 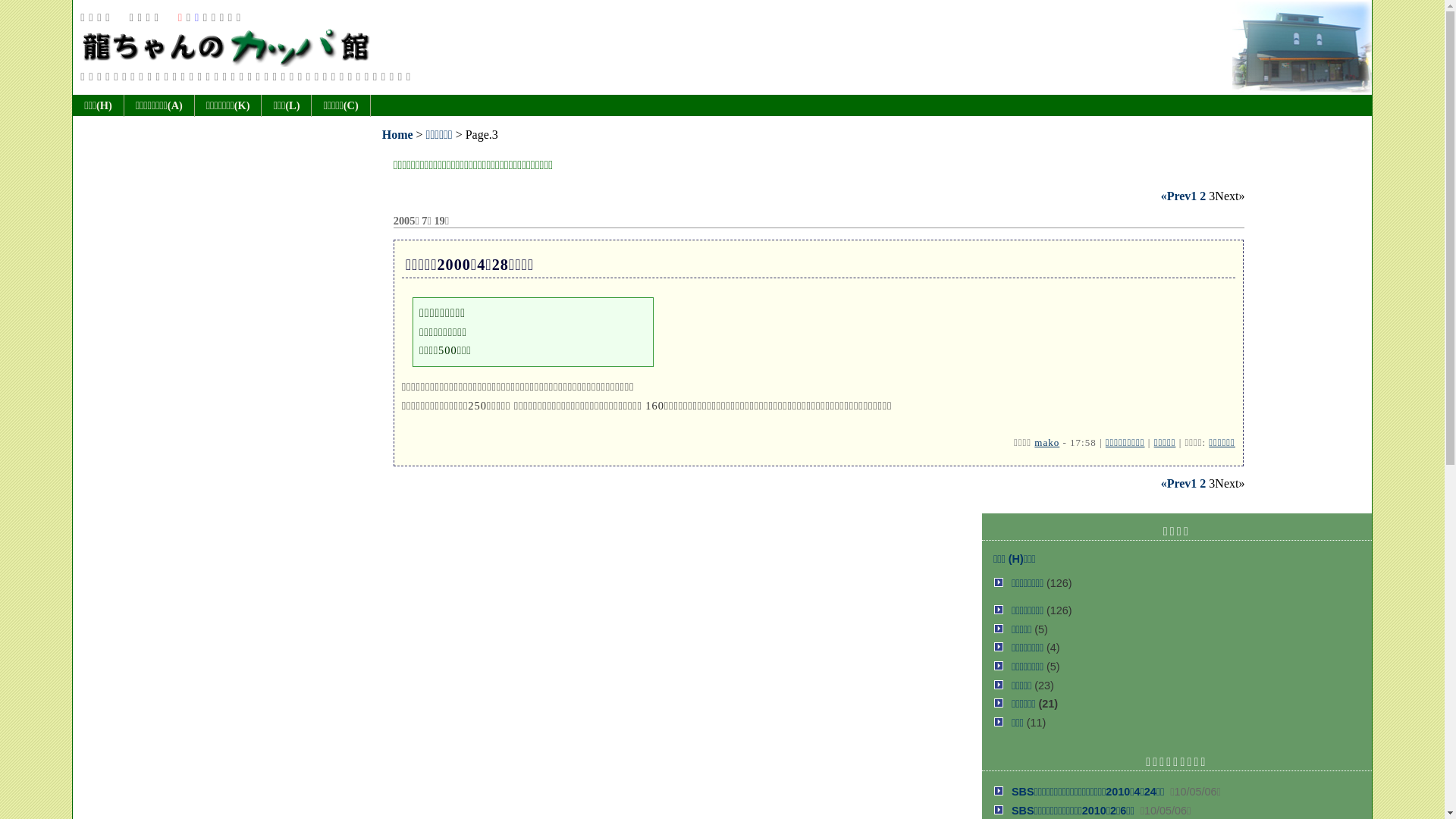 I want to click on 'mako', so click(x=1046, y=442).